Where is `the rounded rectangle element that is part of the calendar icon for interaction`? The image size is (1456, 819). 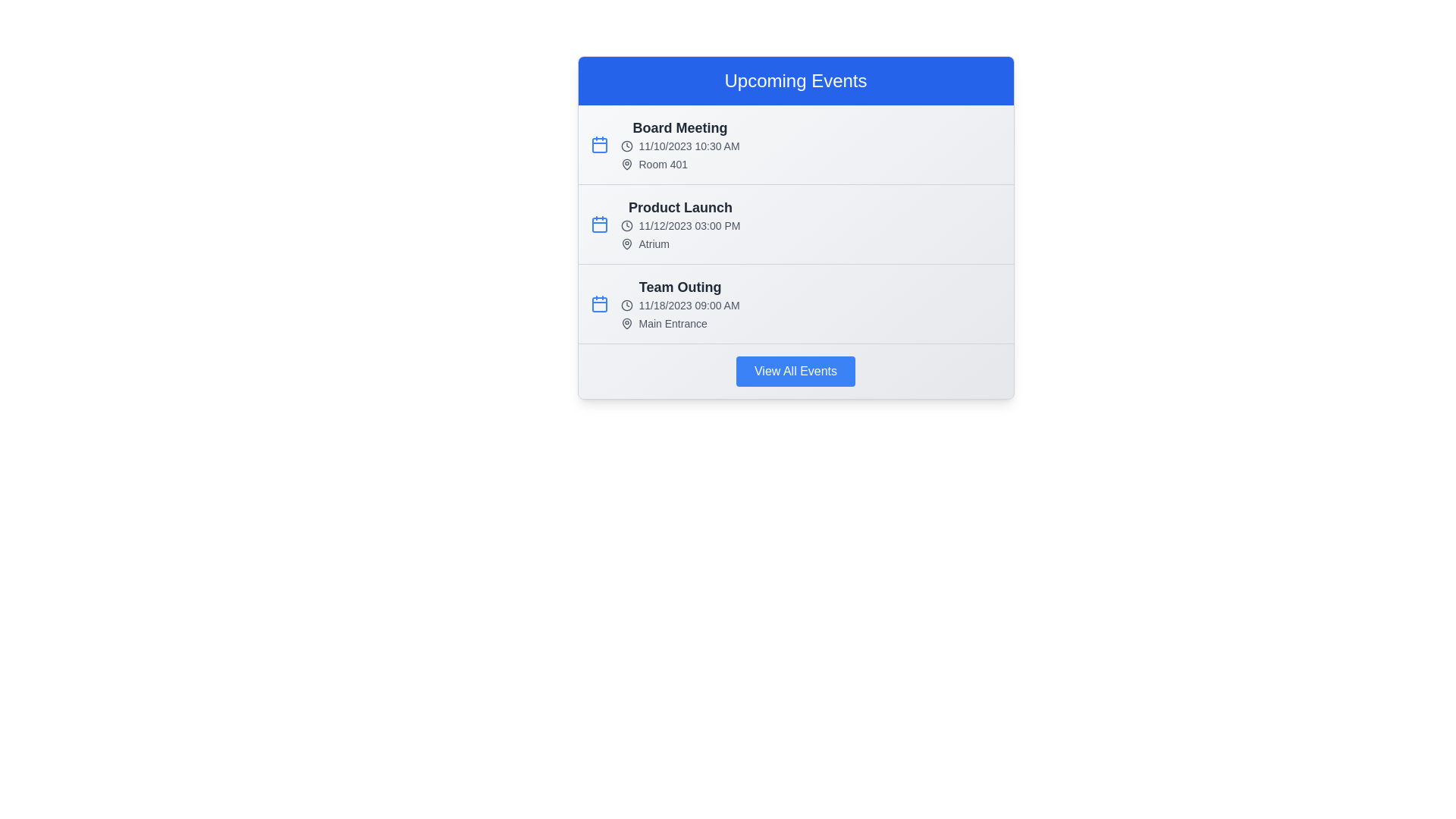 the rounded rectangle element that is part of the calendar icon for interaction is located at coordinates (598, 304).